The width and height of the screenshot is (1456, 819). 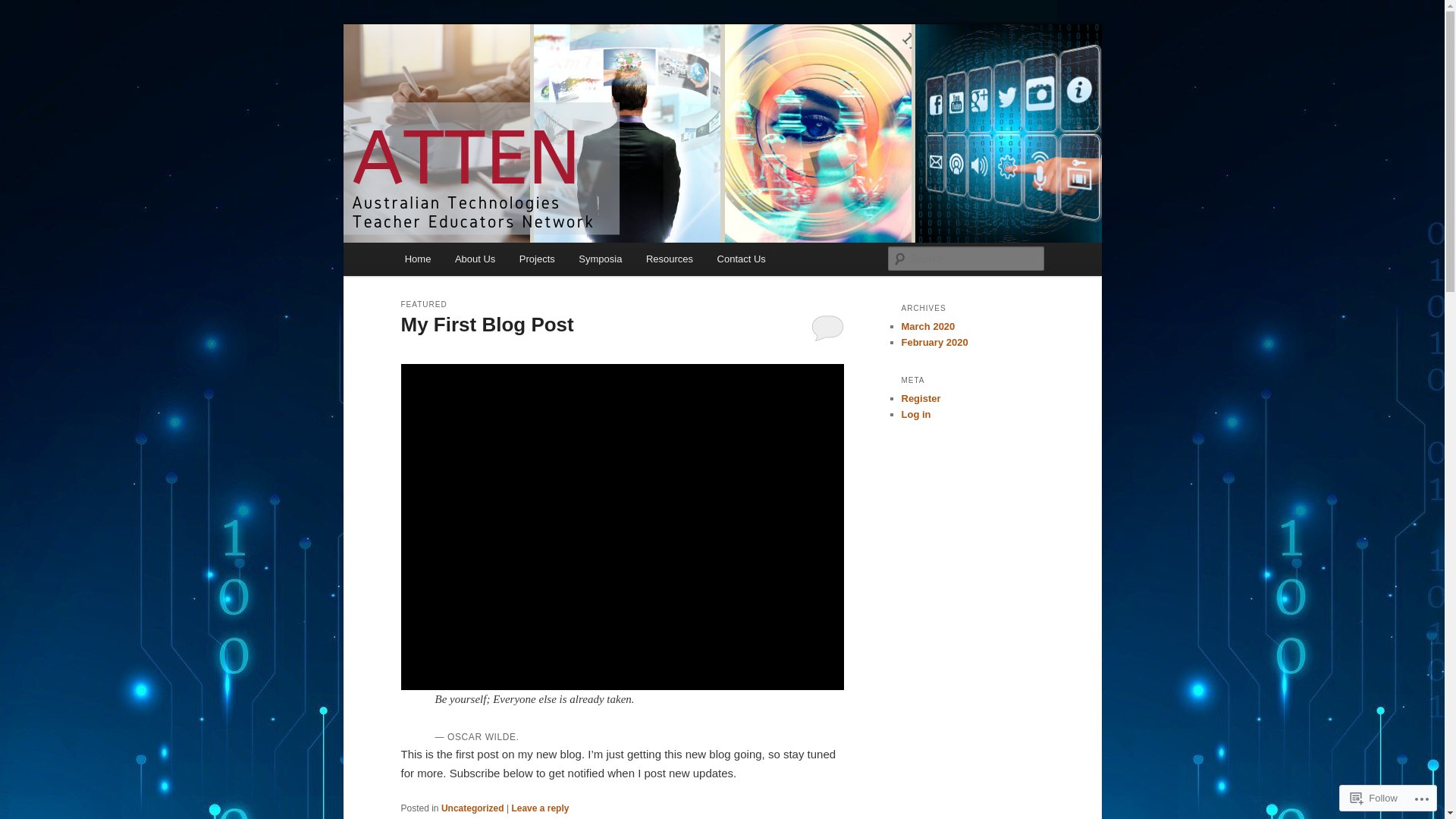 What do you see at coordinates (539, 806) in the screenshot?
I see `'Leave a reply'` at bounding box center [539, 806].